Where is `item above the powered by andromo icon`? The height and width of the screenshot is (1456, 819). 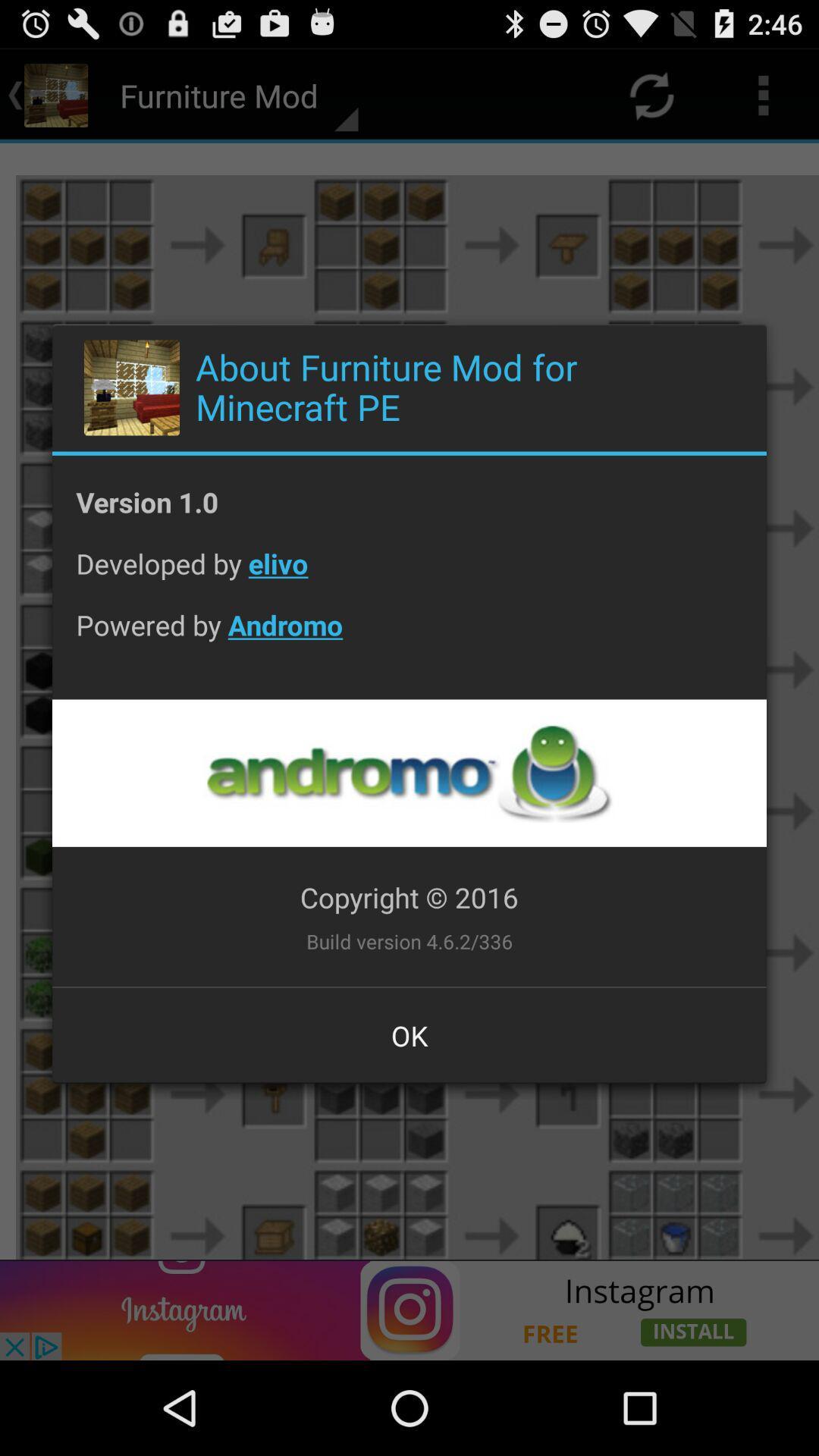 item above the powered by andromo icon is located at coordinates (409, 574).